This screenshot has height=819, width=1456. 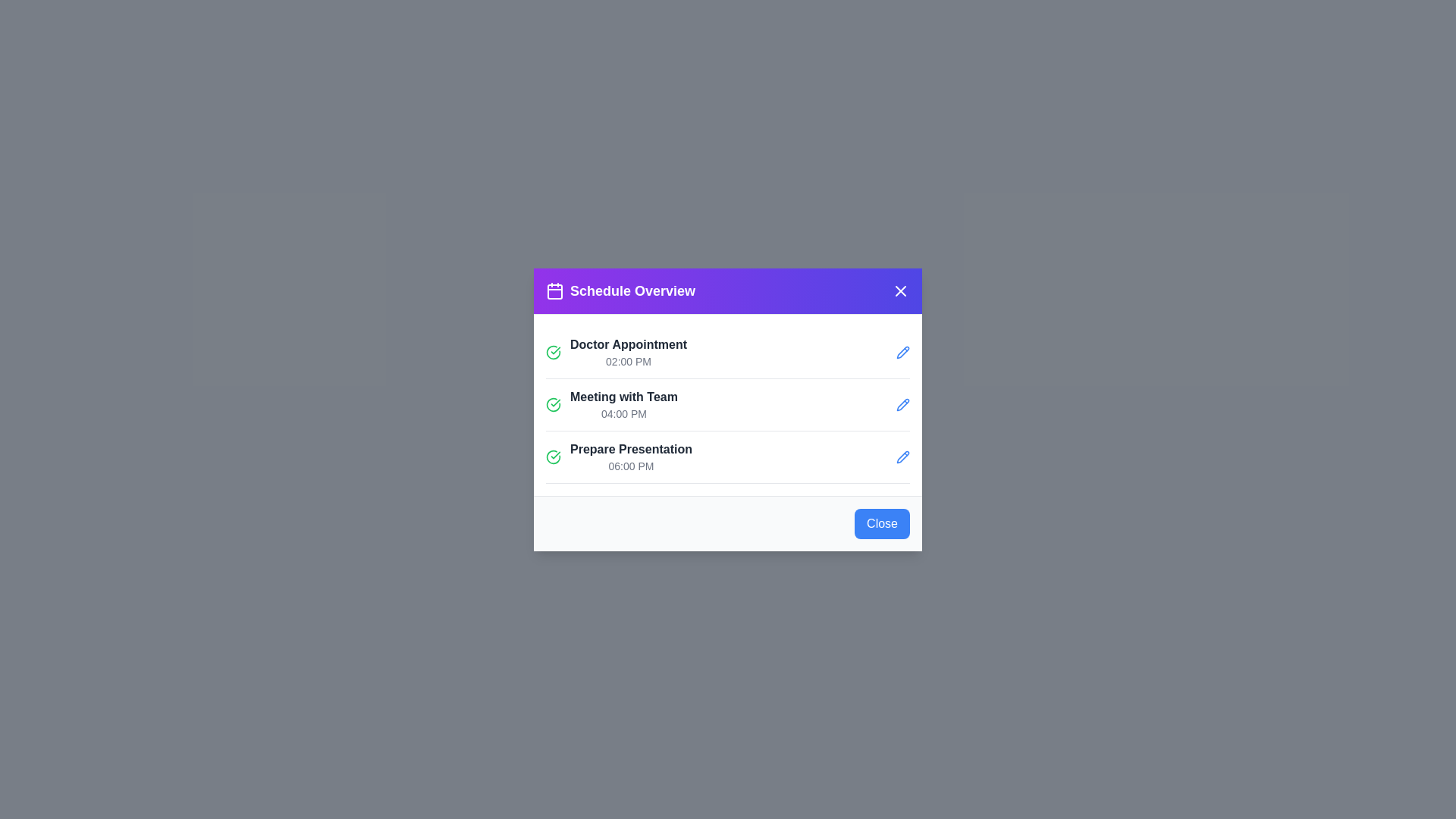 I want to click on the first list item in the schedule overview, so click(x=617, y=352).